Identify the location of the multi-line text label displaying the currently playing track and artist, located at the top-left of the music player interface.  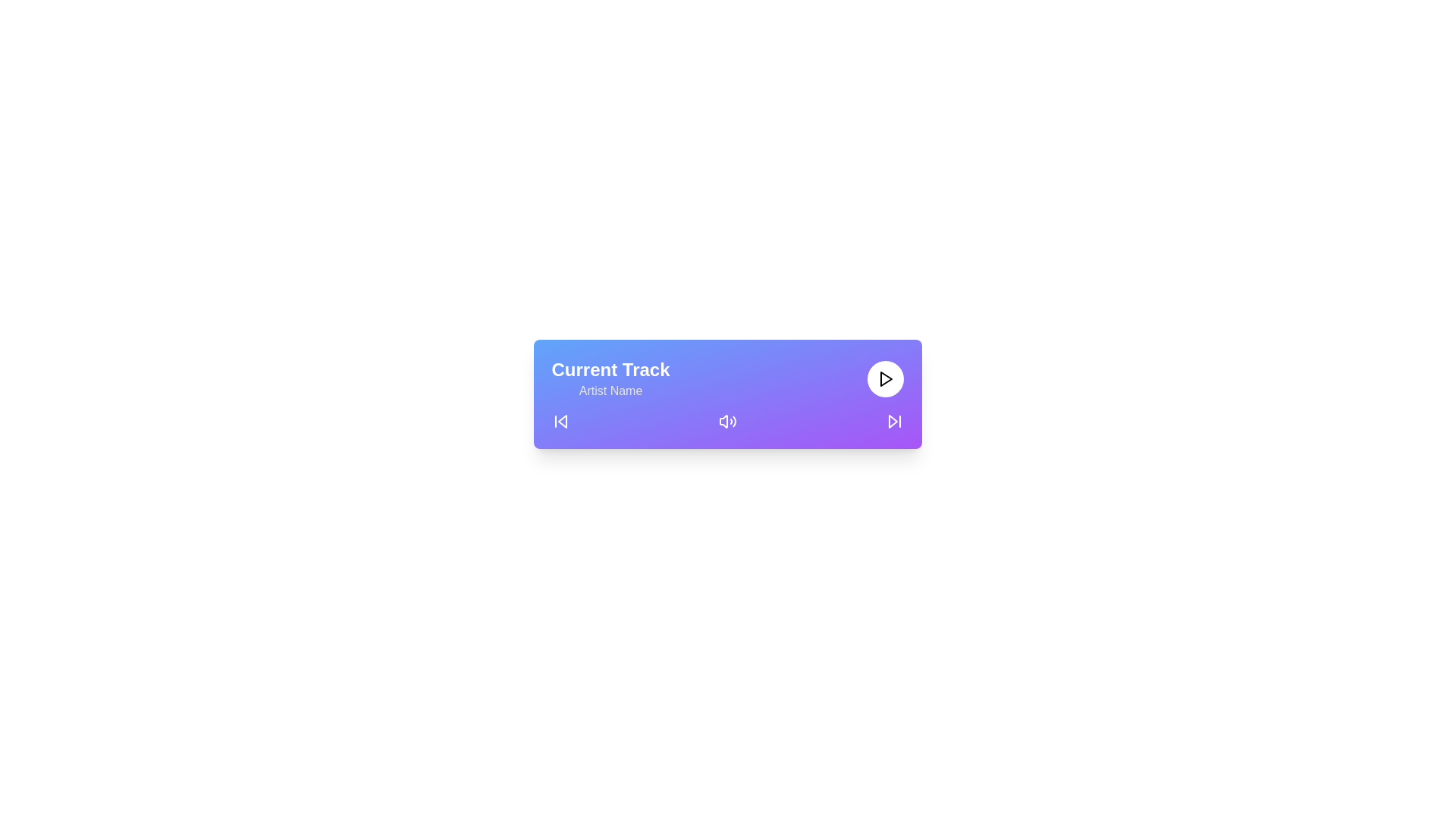
(610, 378).